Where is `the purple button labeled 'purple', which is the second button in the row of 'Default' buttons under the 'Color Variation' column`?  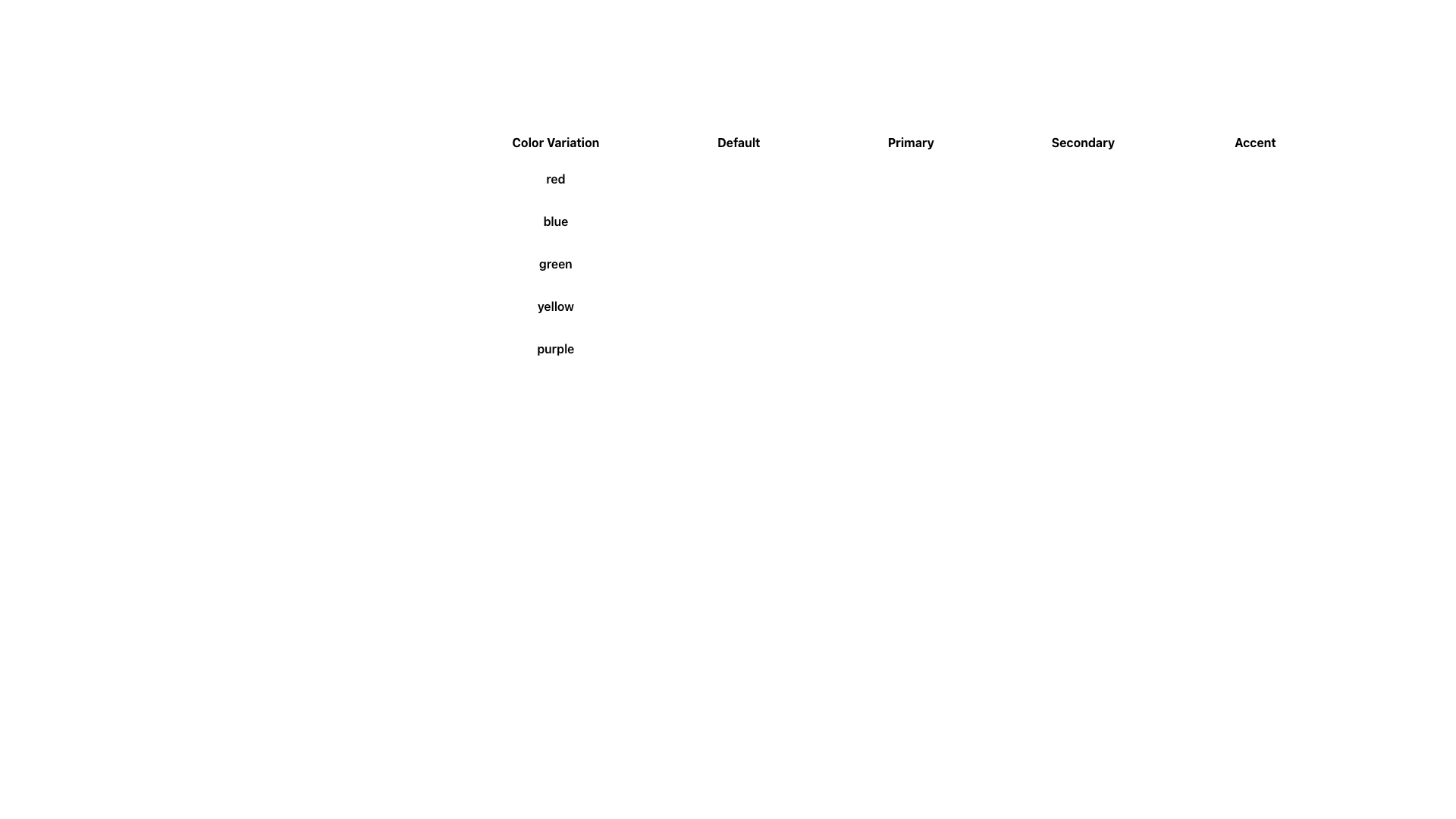
the purple button labeled 'purple', which is the second button in the row of 'Default' buttons under the 'Color Variation' column is located at coordinates (739, 348).